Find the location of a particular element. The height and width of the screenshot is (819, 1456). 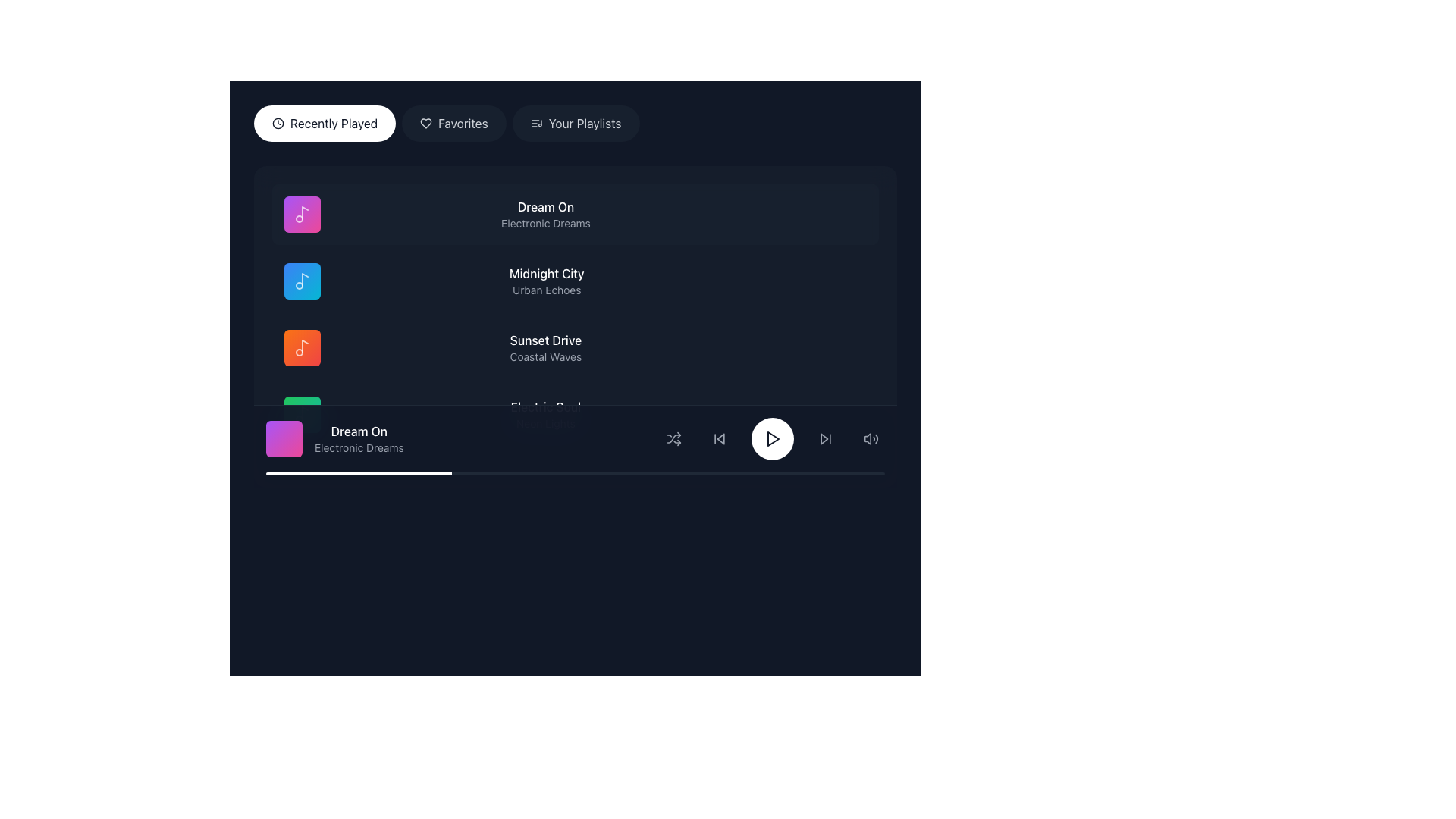

the circular play button located at the bottom center of the interface, which has a white background and a black play icon is located at coordinates (772, 438).